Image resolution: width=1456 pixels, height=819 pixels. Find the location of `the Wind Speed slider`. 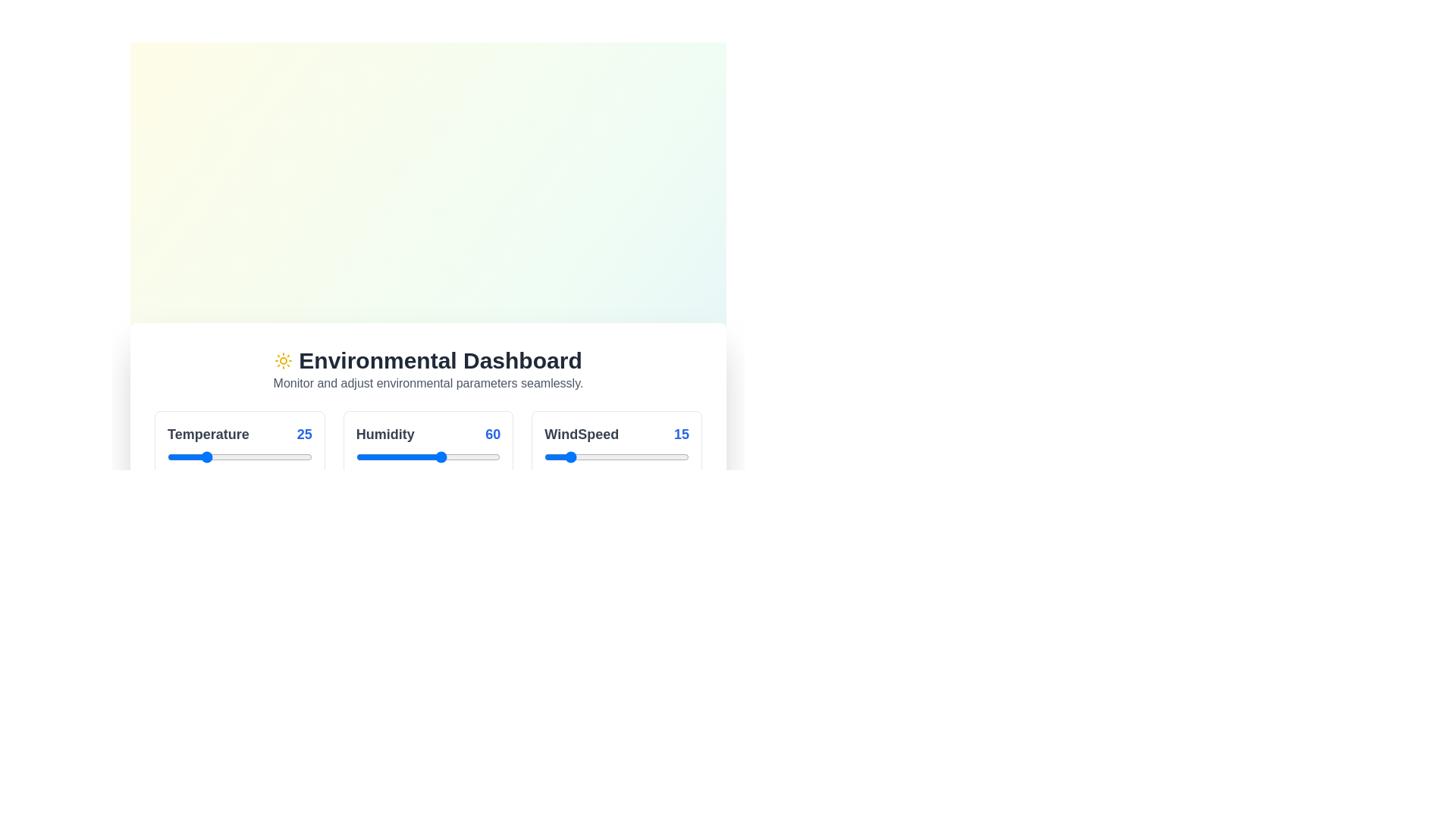

the Wind Speed slider is located at coordinates (651, 456).